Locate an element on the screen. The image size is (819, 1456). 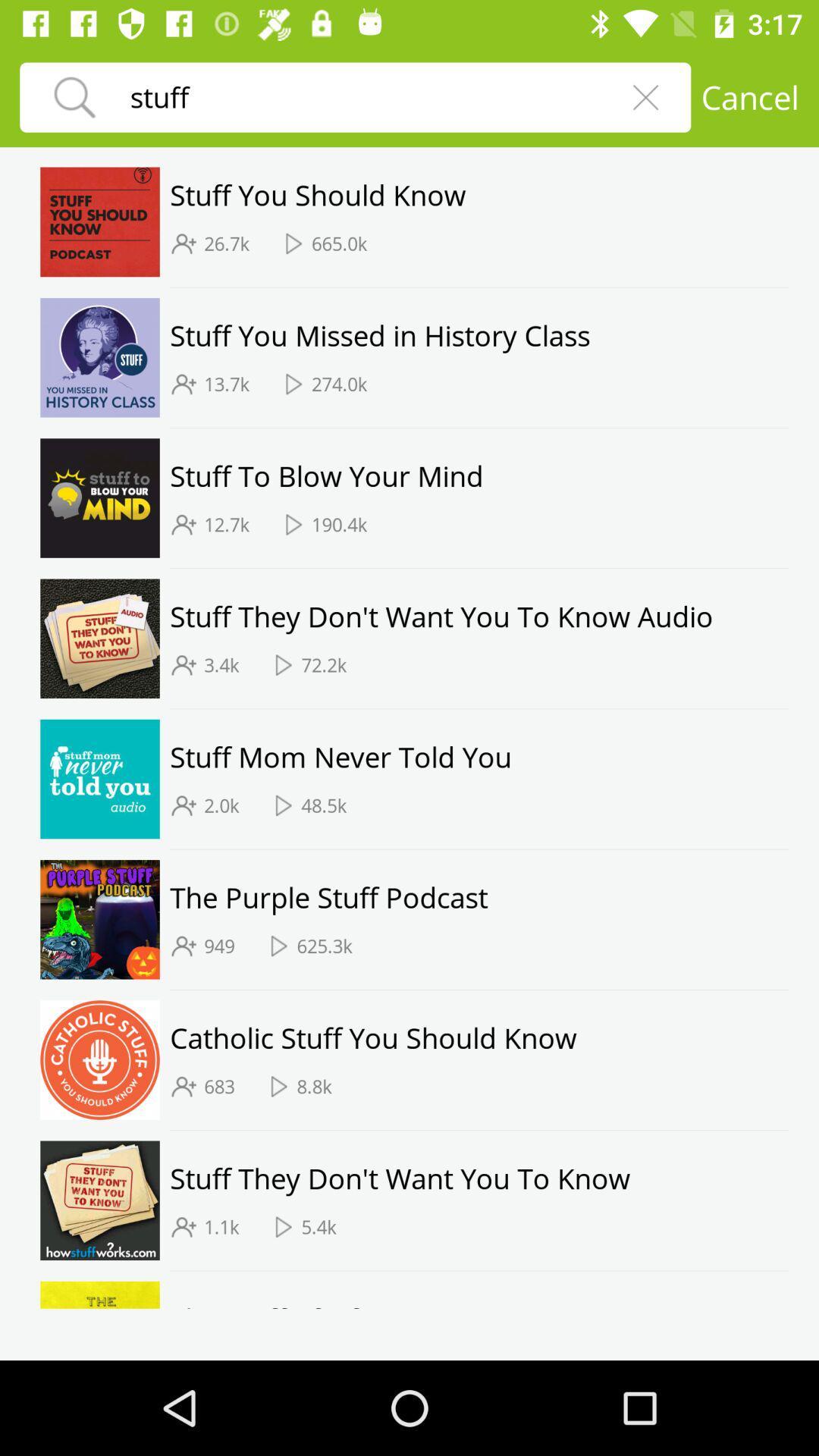
clear the input text clear the search input is located at coordinates (645, 96).